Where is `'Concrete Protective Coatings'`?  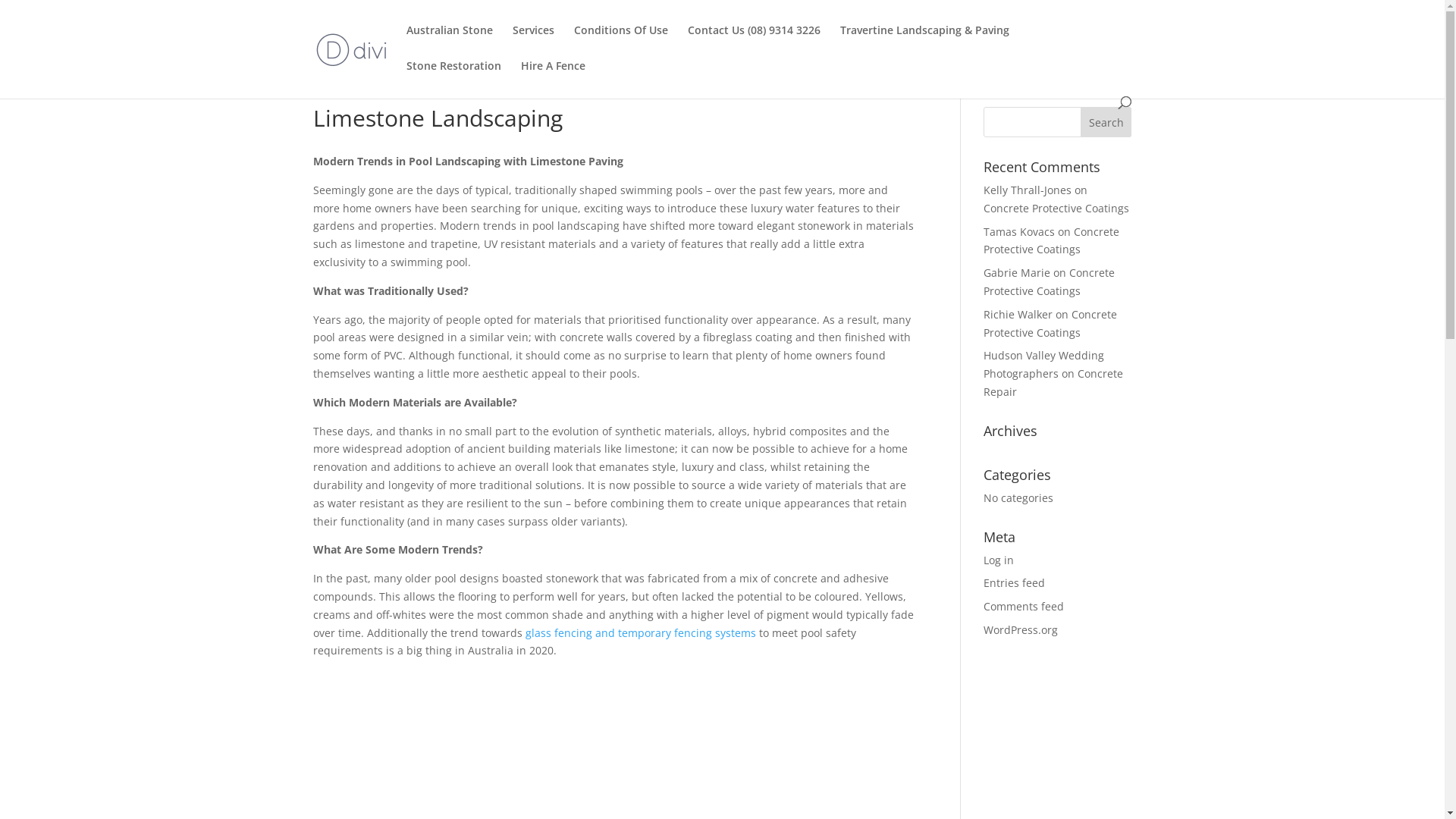 'Concrete Protective Coatings' is located at coordinates (1050, 240).